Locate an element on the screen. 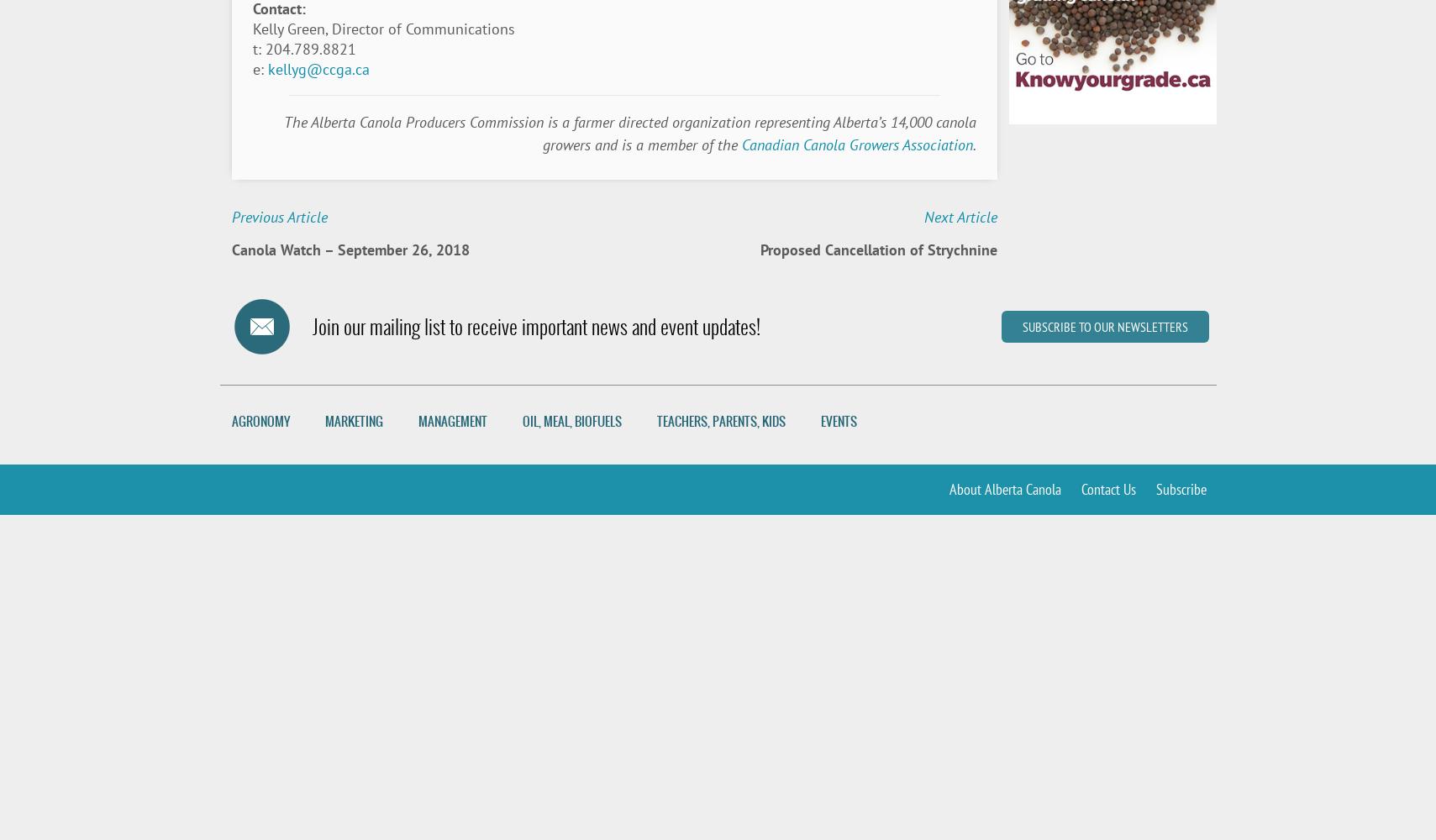 The image size is (1436, 840). 'Next Article' is located at coordinates (923, 217).